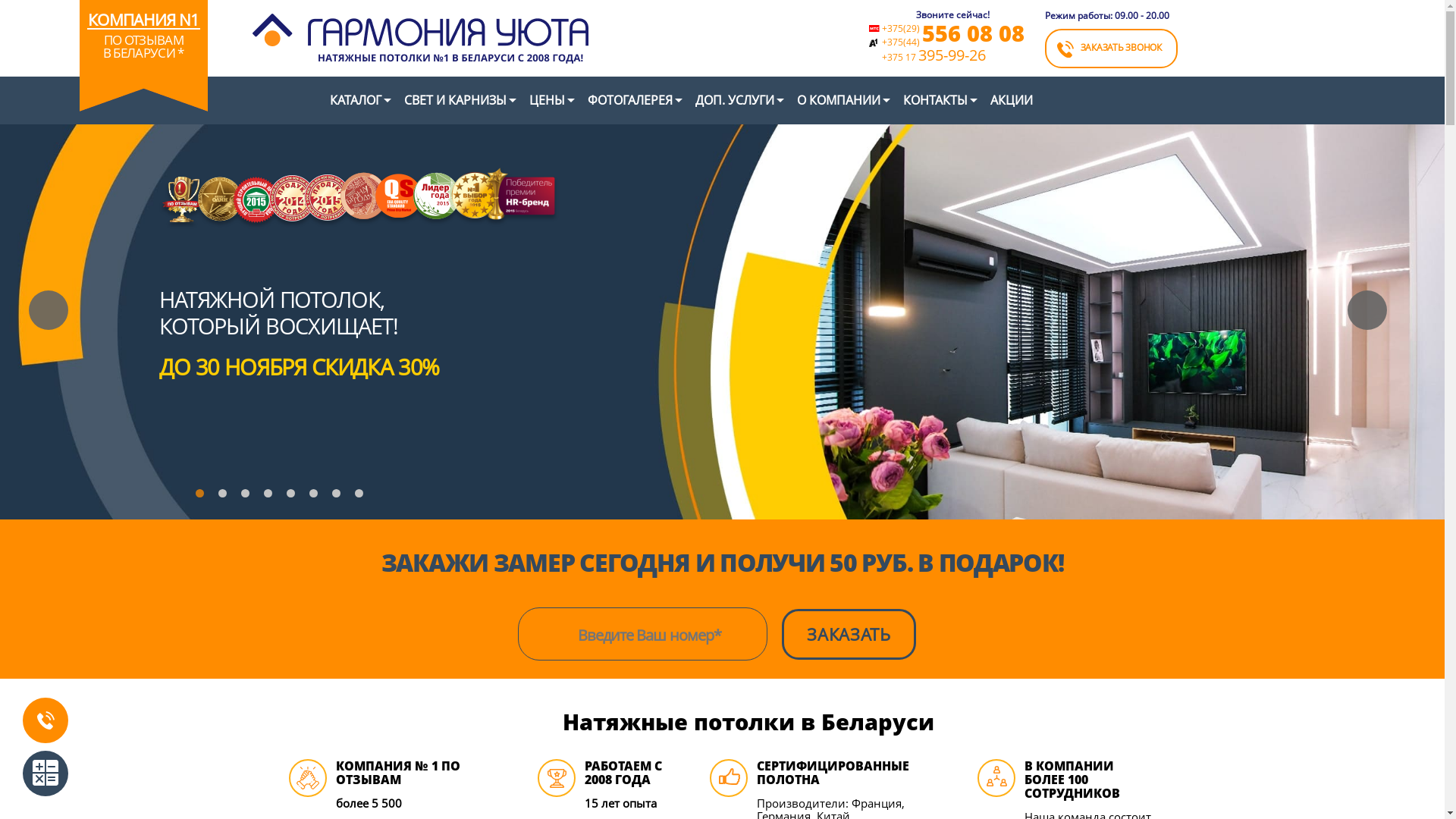 The image size is (1456, 819). Describe the element at coordinates (338, 497) in the screenshot. I see `'7'` at that location.